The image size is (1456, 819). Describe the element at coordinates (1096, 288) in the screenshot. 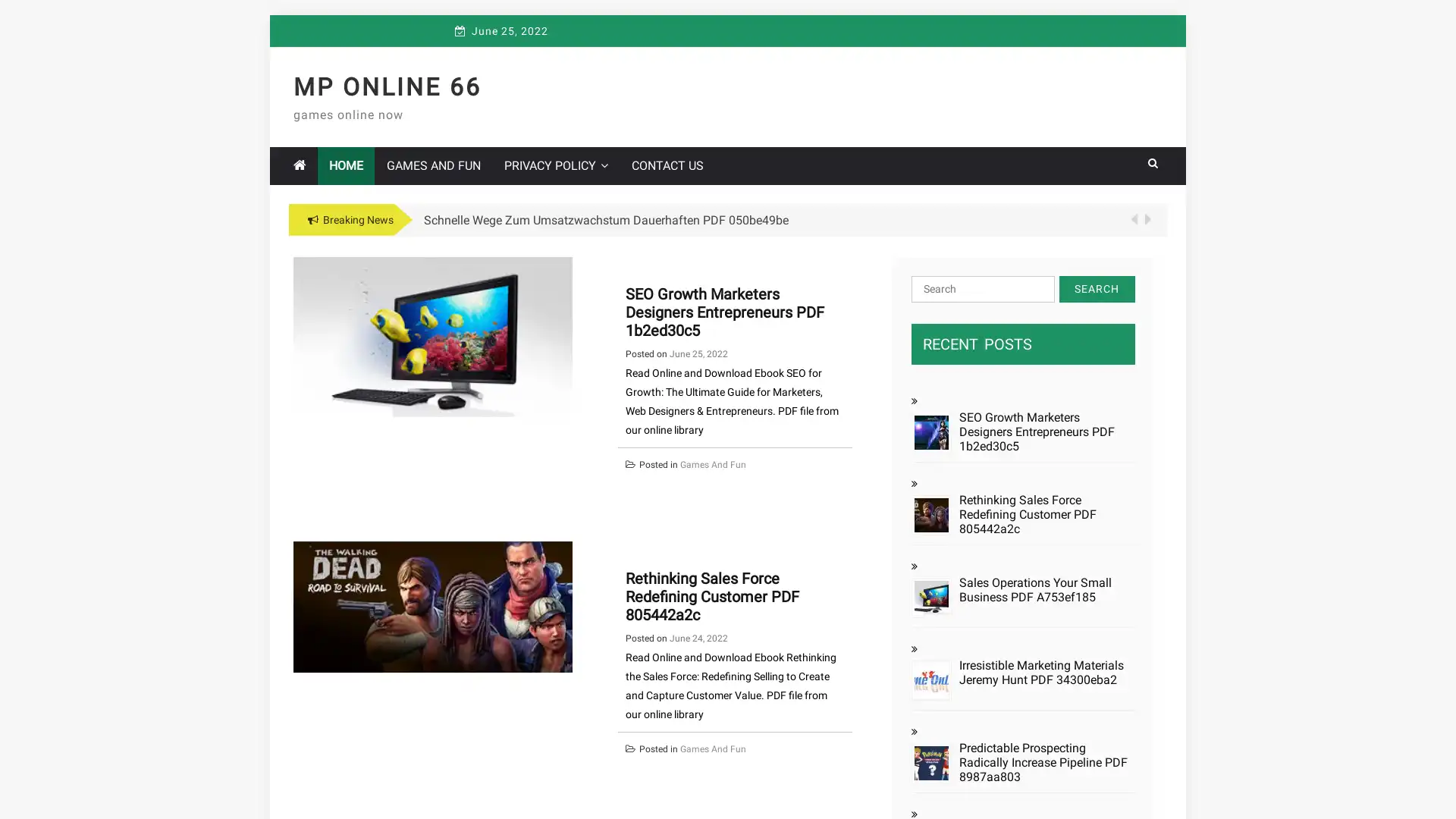

I see `Search` at that location.